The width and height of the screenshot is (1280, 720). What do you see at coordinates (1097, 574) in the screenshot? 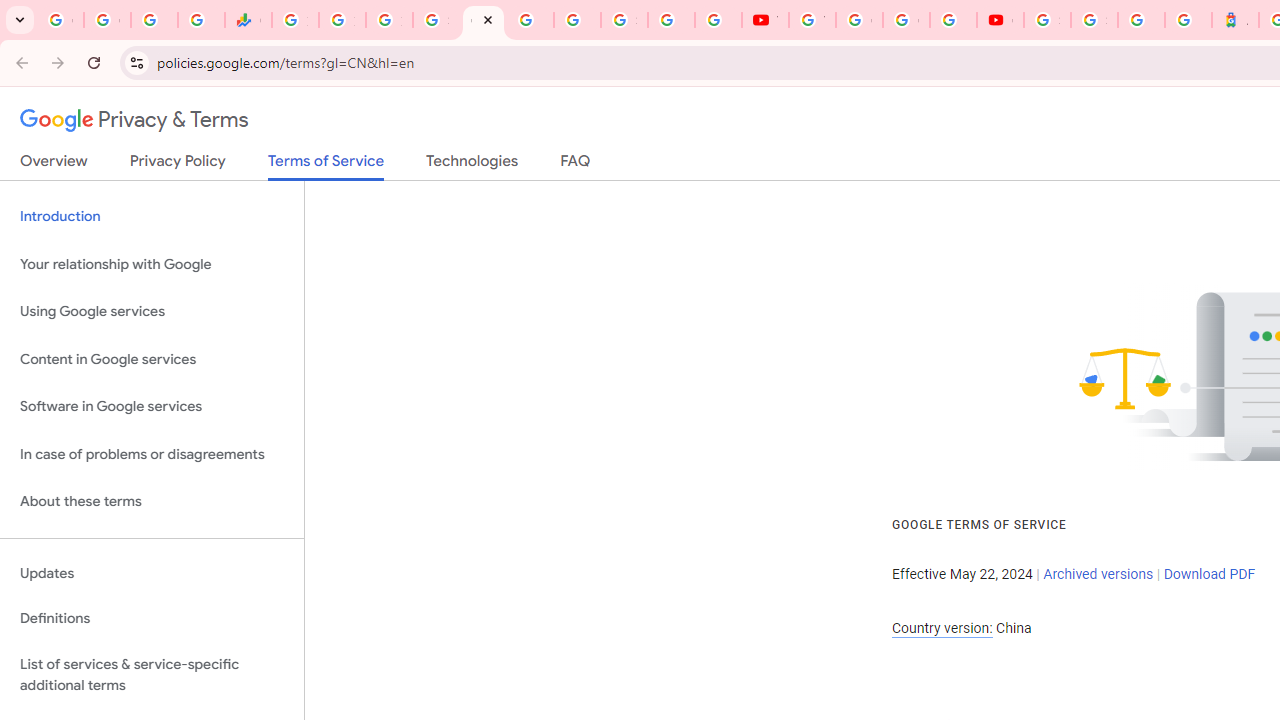
I see `'Archived versions'` at bounding box center [1097, 574].